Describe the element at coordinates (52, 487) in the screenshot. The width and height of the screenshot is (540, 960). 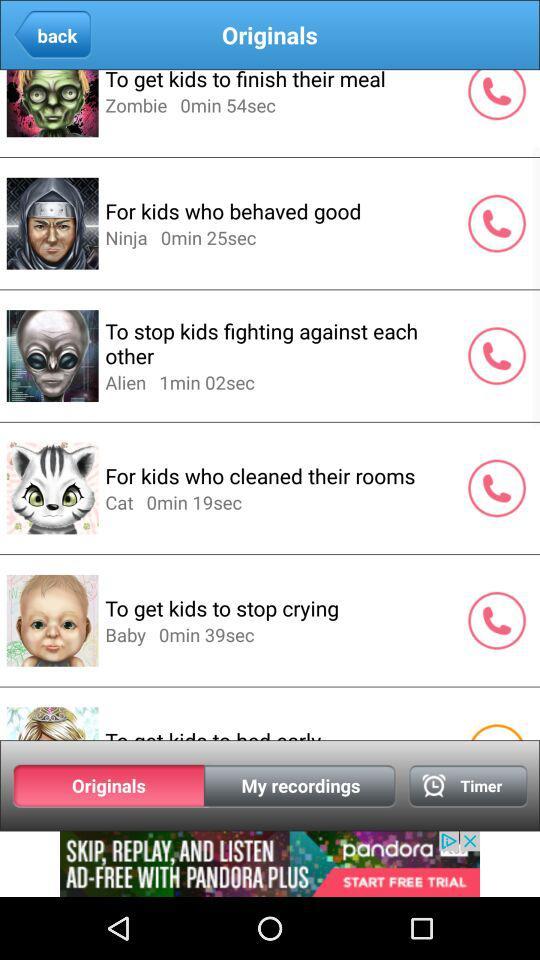
I see `the image beside for kids who cleaned their rooms` at that location.